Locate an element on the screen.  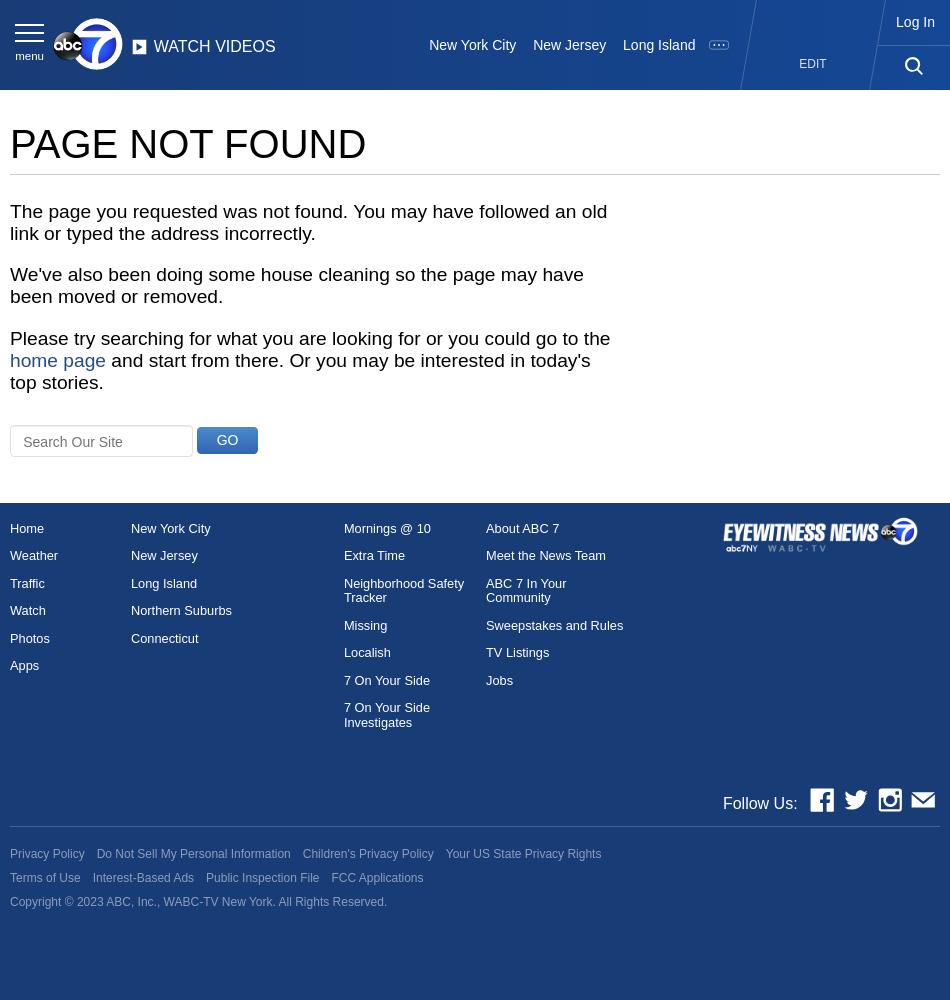
'New York City' is located at coordinates (471, 45).